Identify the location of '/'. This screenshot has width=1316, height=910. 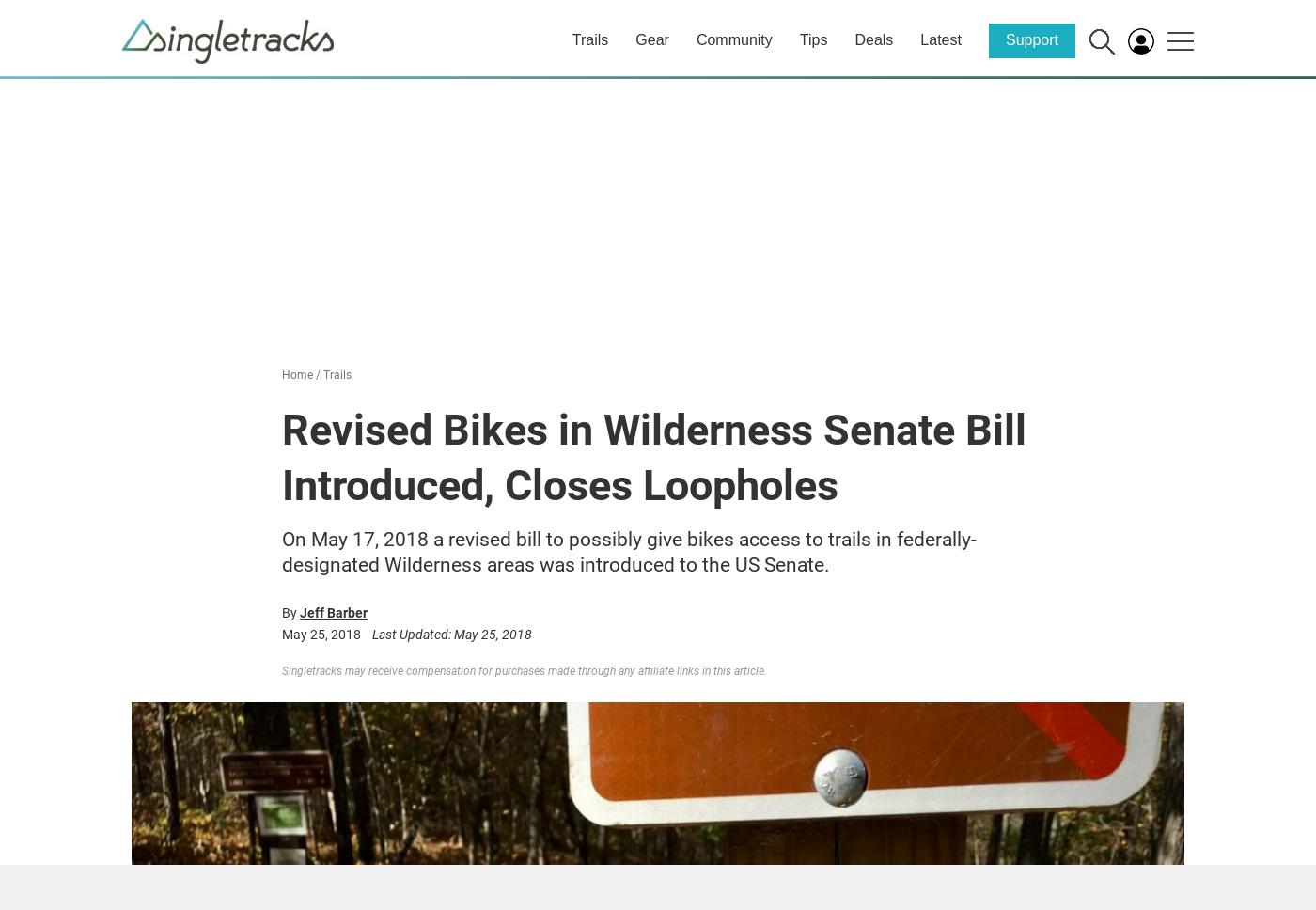
(318, 374).